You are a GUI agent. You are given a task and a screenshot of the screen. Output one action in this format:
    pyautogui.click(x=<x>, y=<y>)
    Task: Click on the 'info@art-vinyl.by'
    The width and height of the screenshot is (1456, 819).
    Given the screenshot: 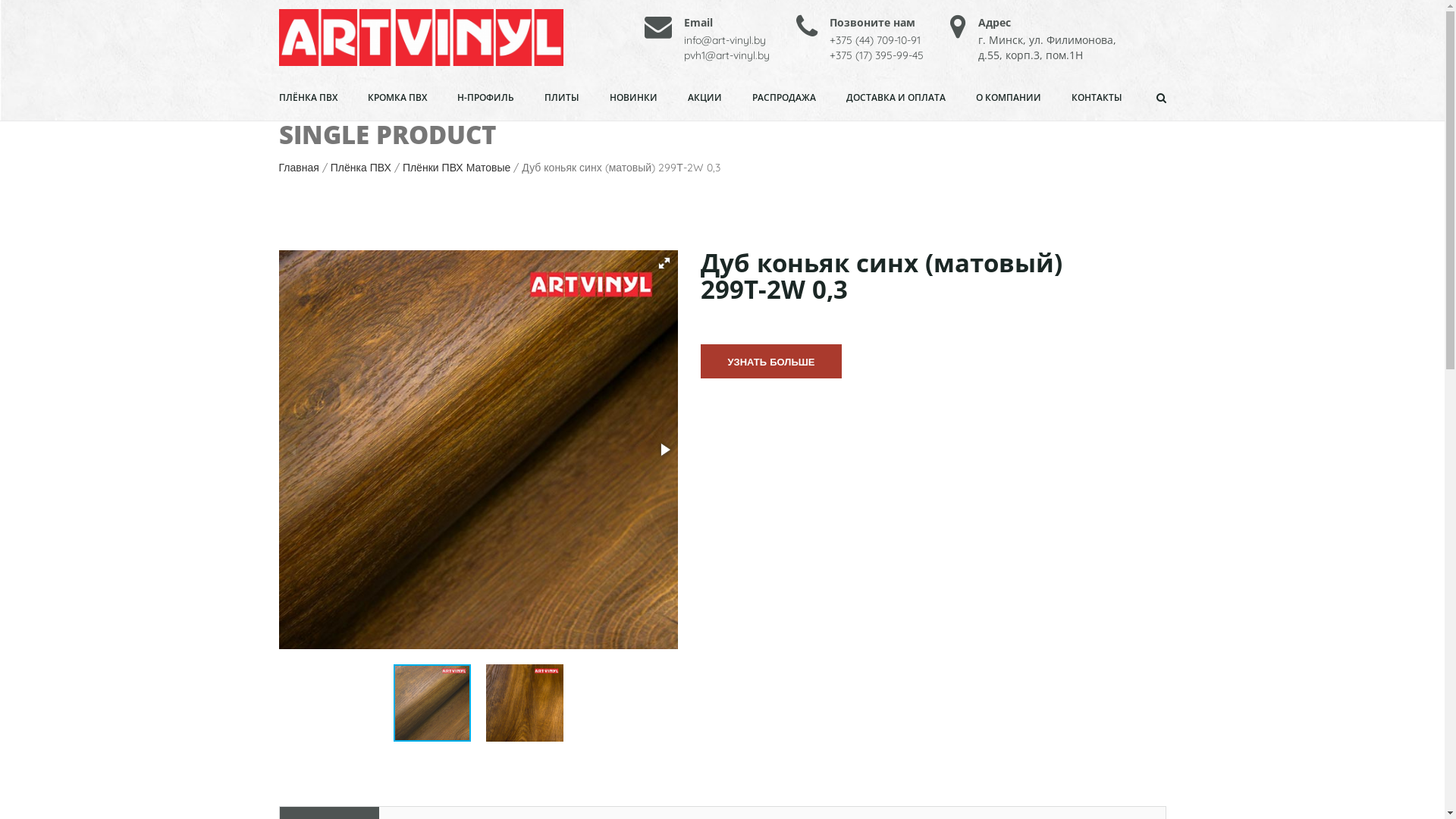 What is the action you would take?
    pyautogui.click(x=723, y=39)
    